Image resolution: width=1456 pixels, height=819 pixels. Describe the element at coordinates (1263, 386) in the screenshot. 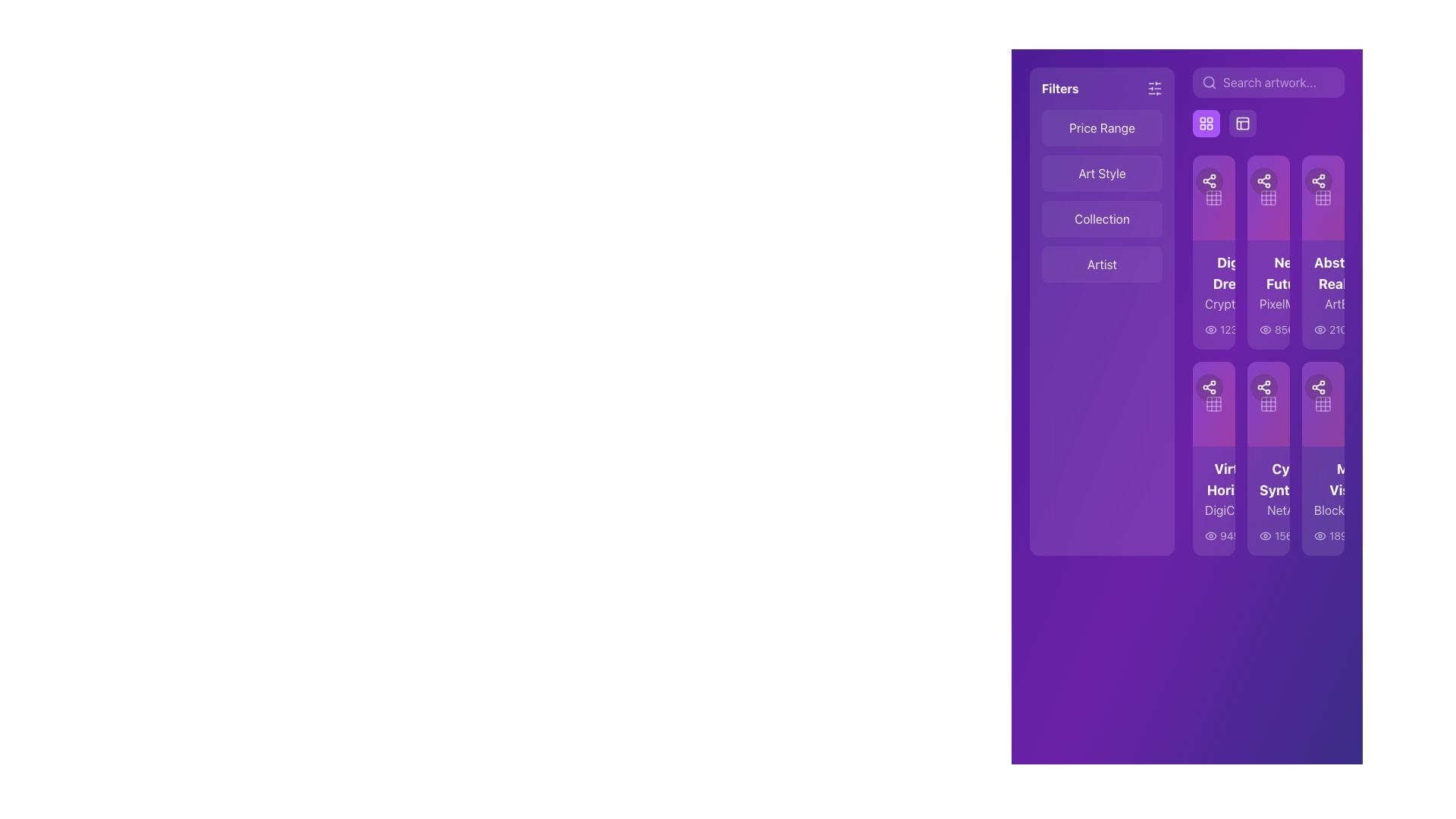

I see `the minimalist share icon, which consists of three connected circles forming a triangular shape, located in the upper part of the second vertical card in the grid on the right section of the interface, to share the content` at that location.